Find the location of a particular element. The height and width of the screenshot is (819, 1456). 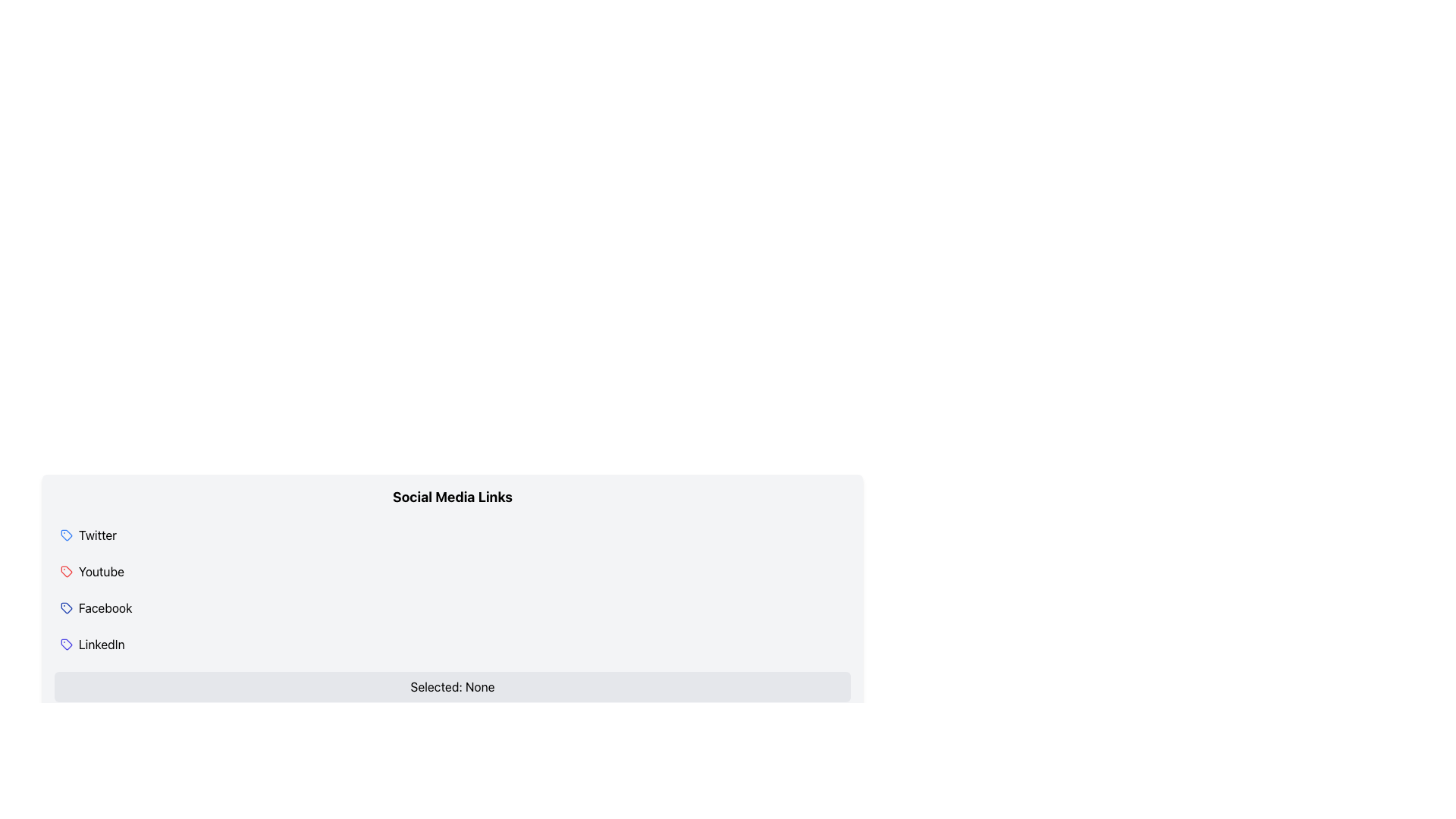

the blue-colored tag-like icon with a thin outline located to the left of the text 'Twitter' in the 'Social Media Links' list is located at coordinates (65, 534).